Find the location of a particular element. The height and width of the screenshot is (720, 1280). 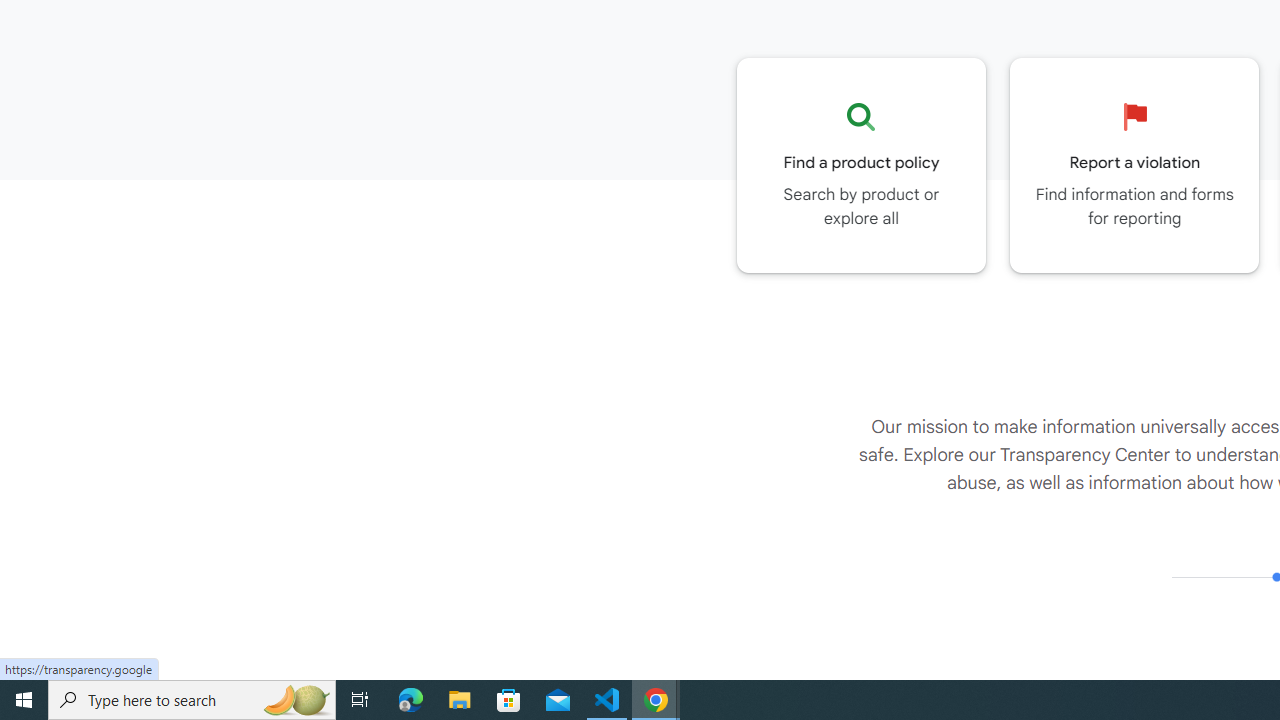

'Go to the Reporting and appeals page' is located at coordinates (1134, 164).